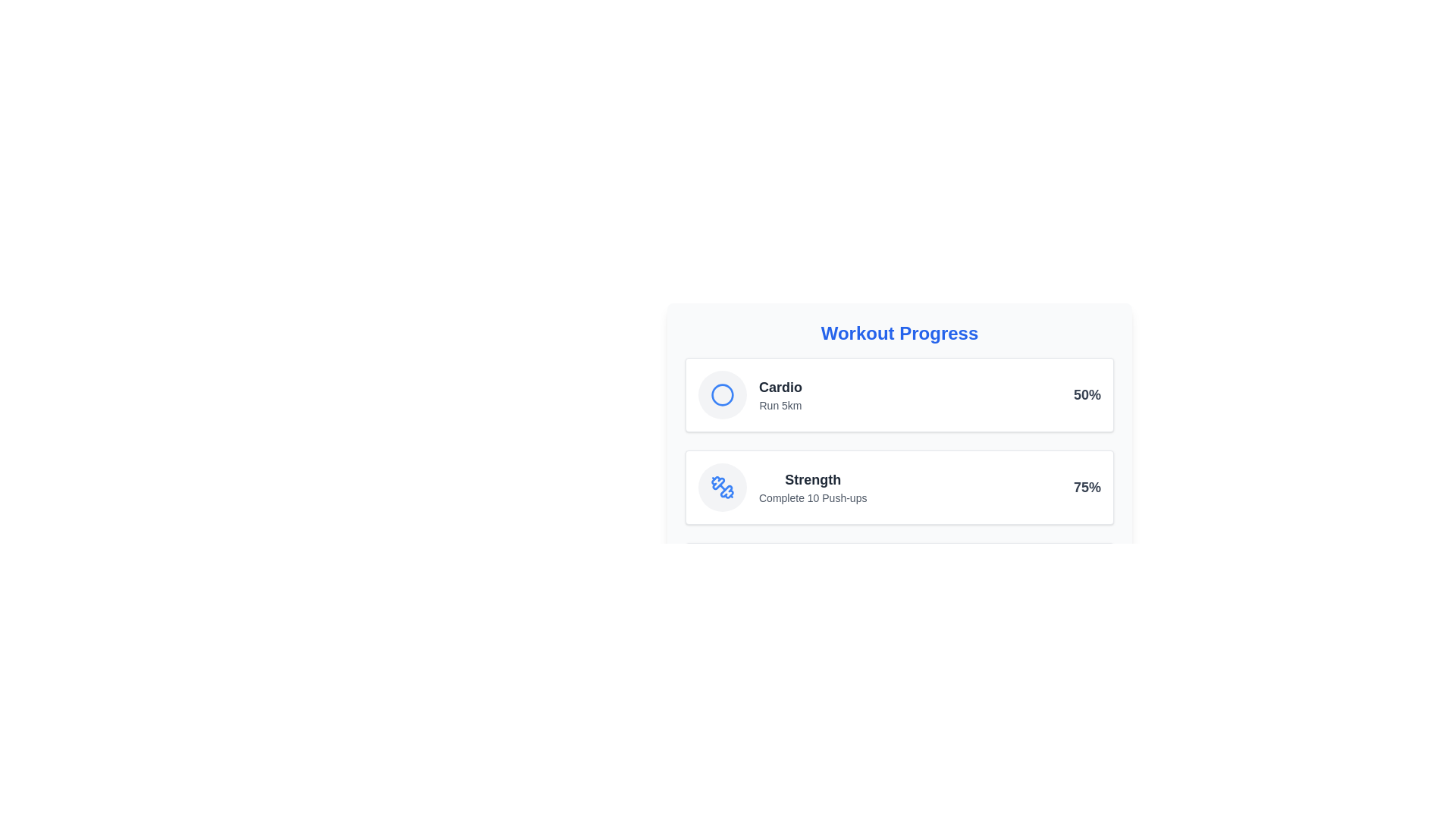 Image resolution: width=1456 pixels, height=819 pixels. I want to click on the 'Strength' icon located in the second card of the 'Workout Progress' section, positioned on the left side of the row associated with 'Strength', so click(722, 488).